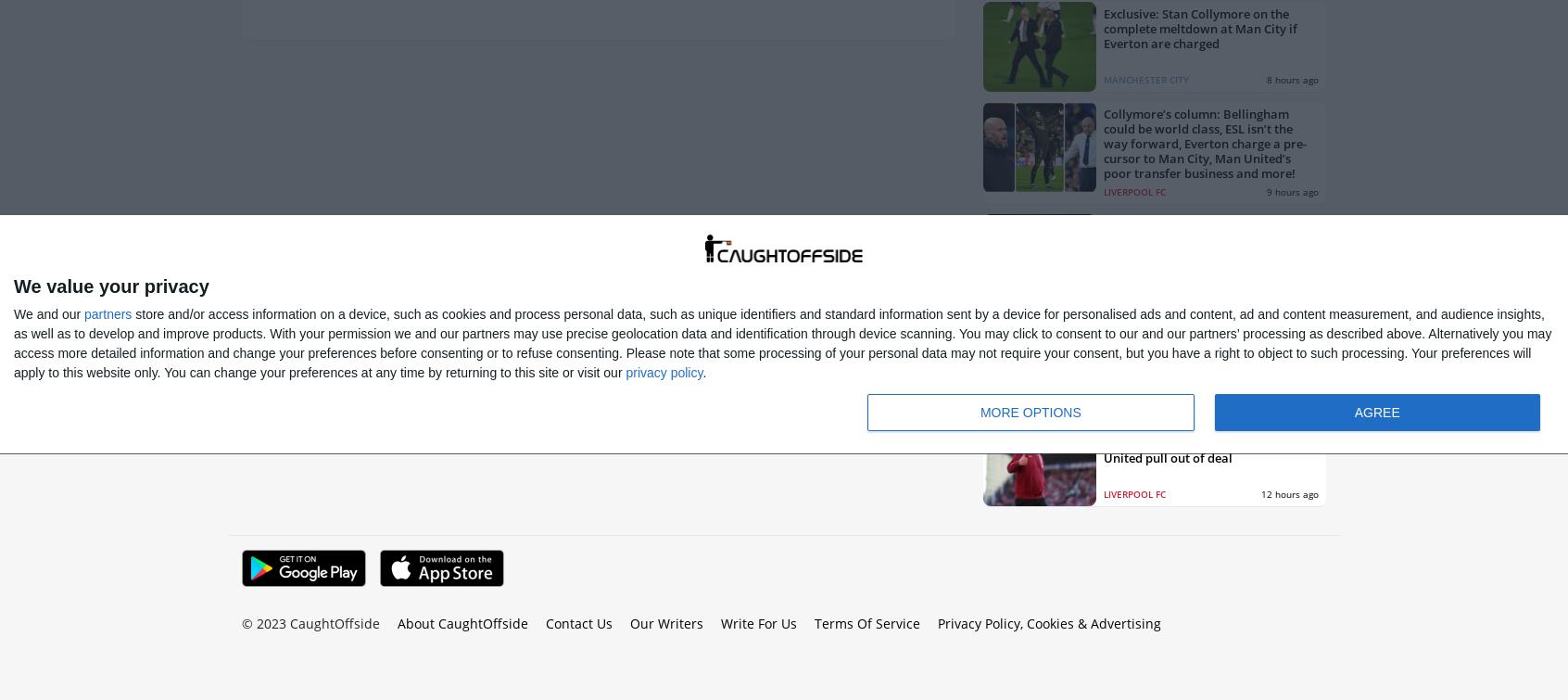 This screenshot has width=1568, height=700. I want to click on 'Liverpool favourites to sign highly-rated 22-year-old defender as Man United pull out of deal', so click(1202, 441).